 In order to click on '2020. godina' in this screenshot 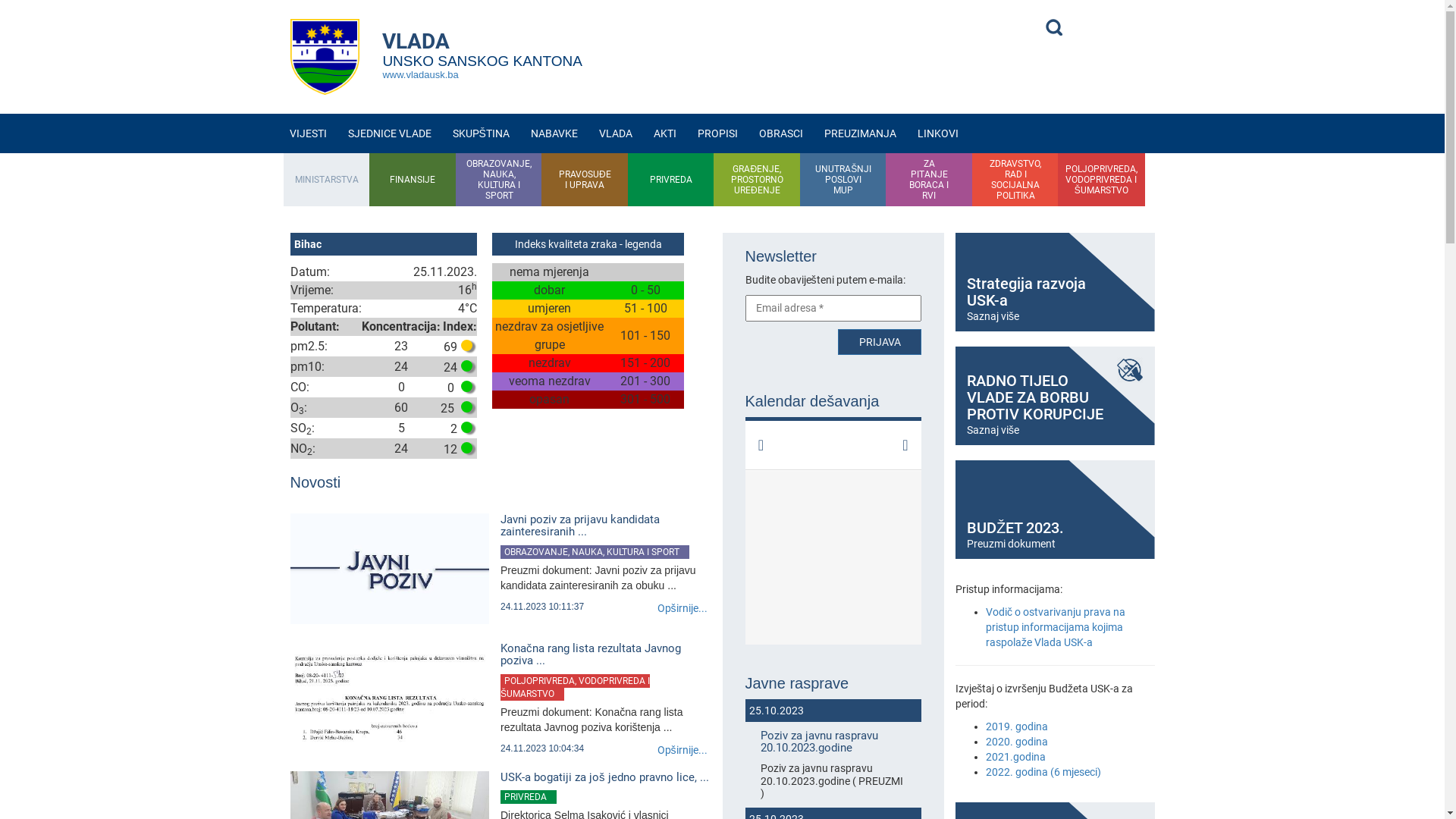, I will do `click(1016, 741)`.